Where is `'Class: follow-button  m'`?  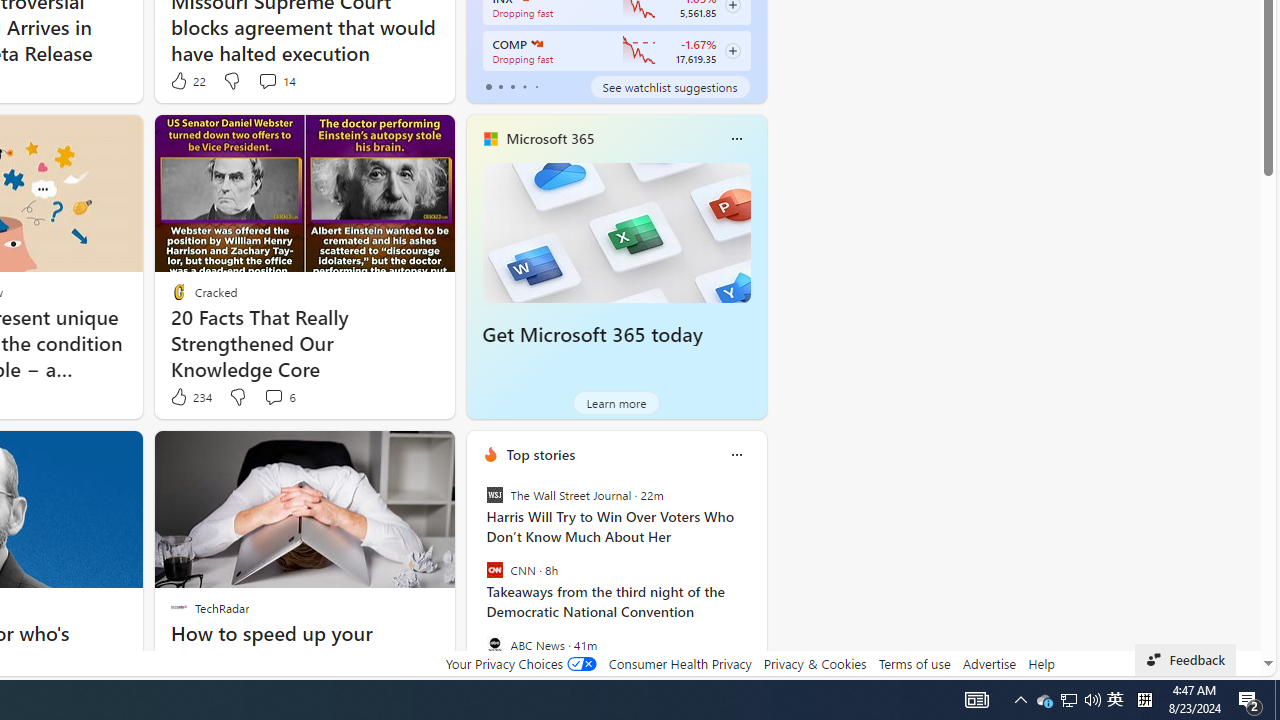 'Class: follow-button  m' is located at coordinates (731, 50).